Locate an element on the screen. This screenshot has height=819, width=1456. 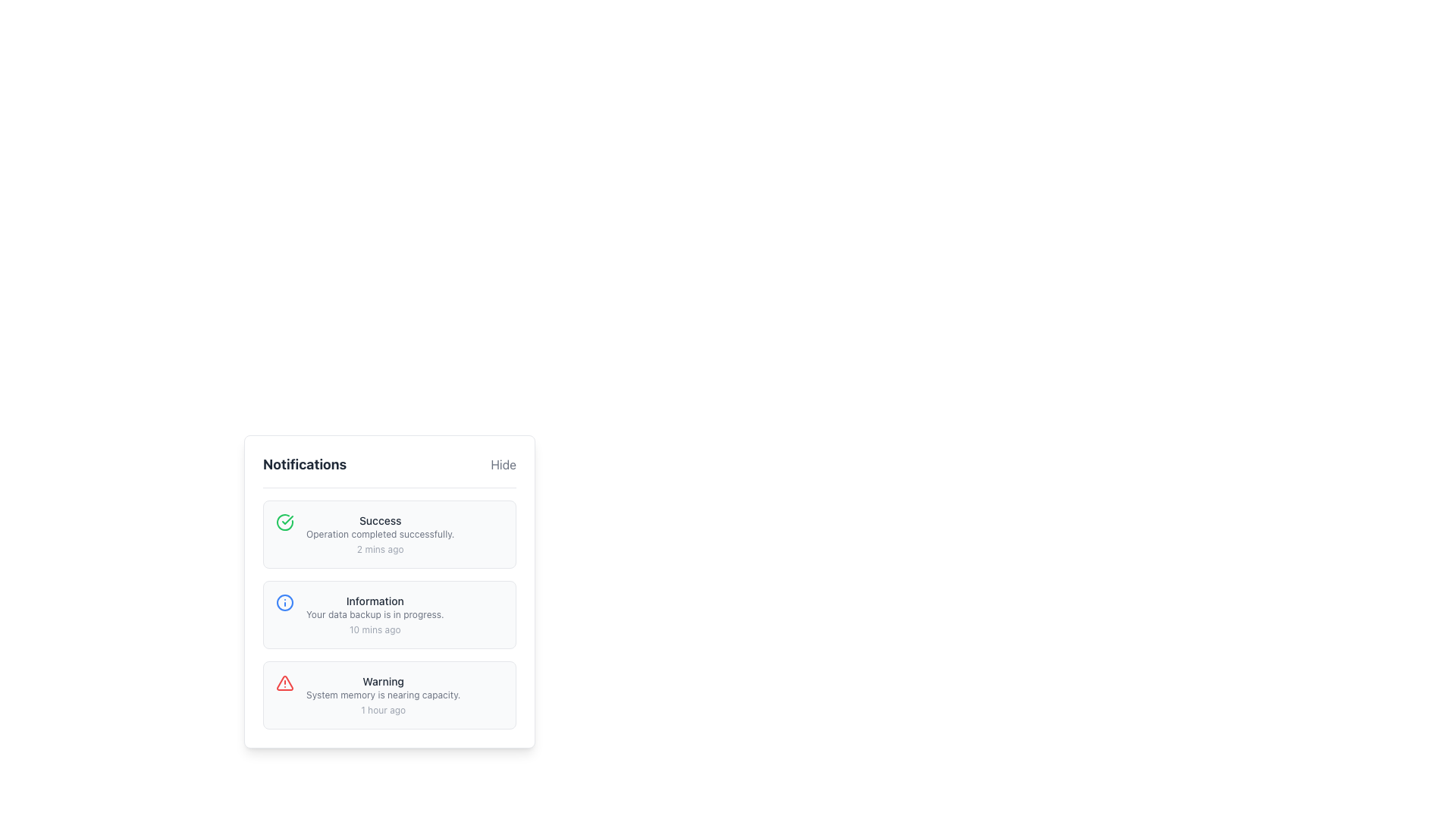
text displayed in the 'Success' notification label, which is styled in a smaller font size and medium weight, located at the top-left of the notification card is located at coordinates (380, 519).